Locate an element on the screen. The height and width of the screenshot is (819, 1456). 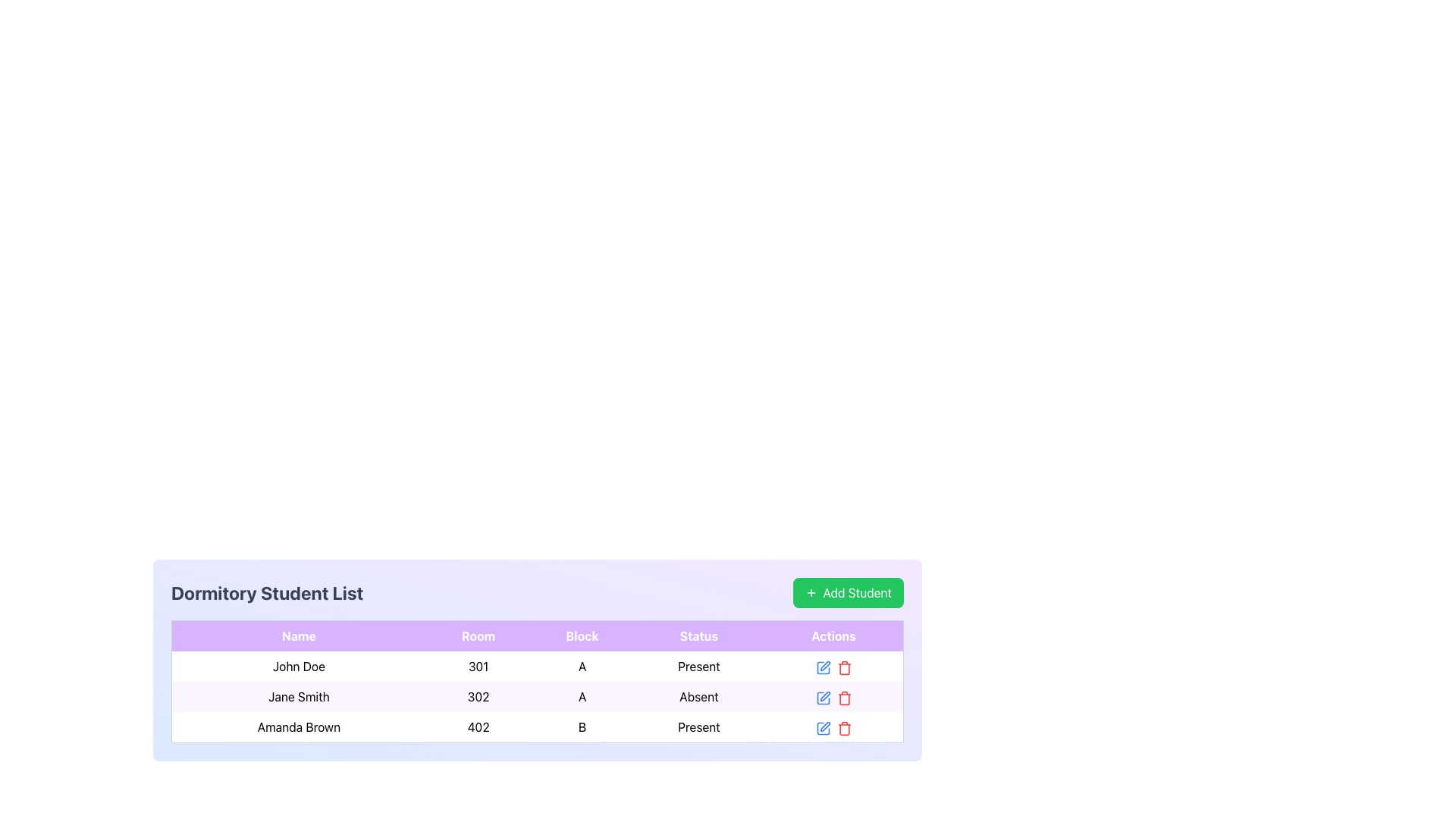
the text label reading 'Present' in the 'Status' column of the table is located at coordinates (698, 666).